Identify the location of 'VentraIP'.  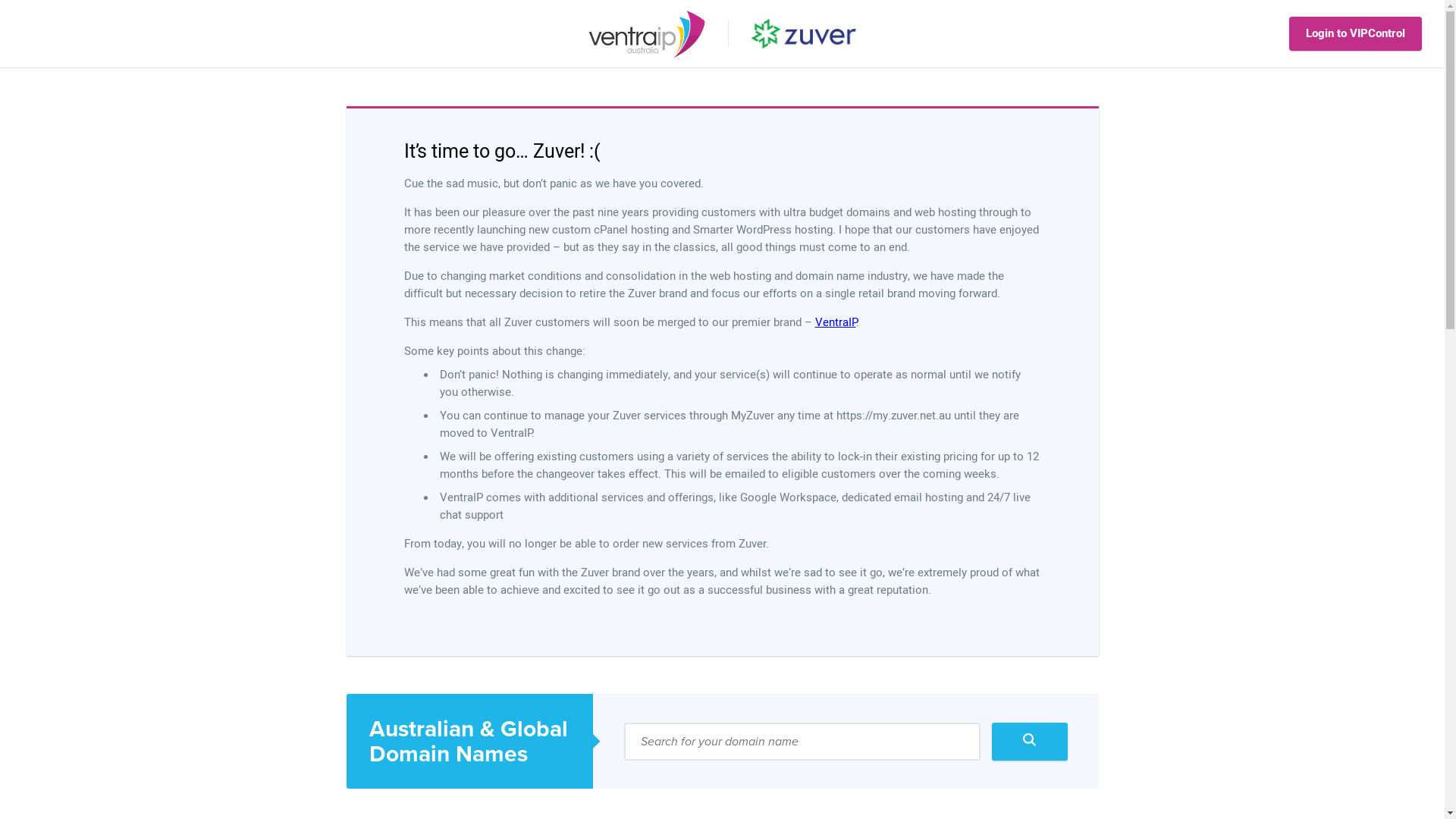
(833, 321).